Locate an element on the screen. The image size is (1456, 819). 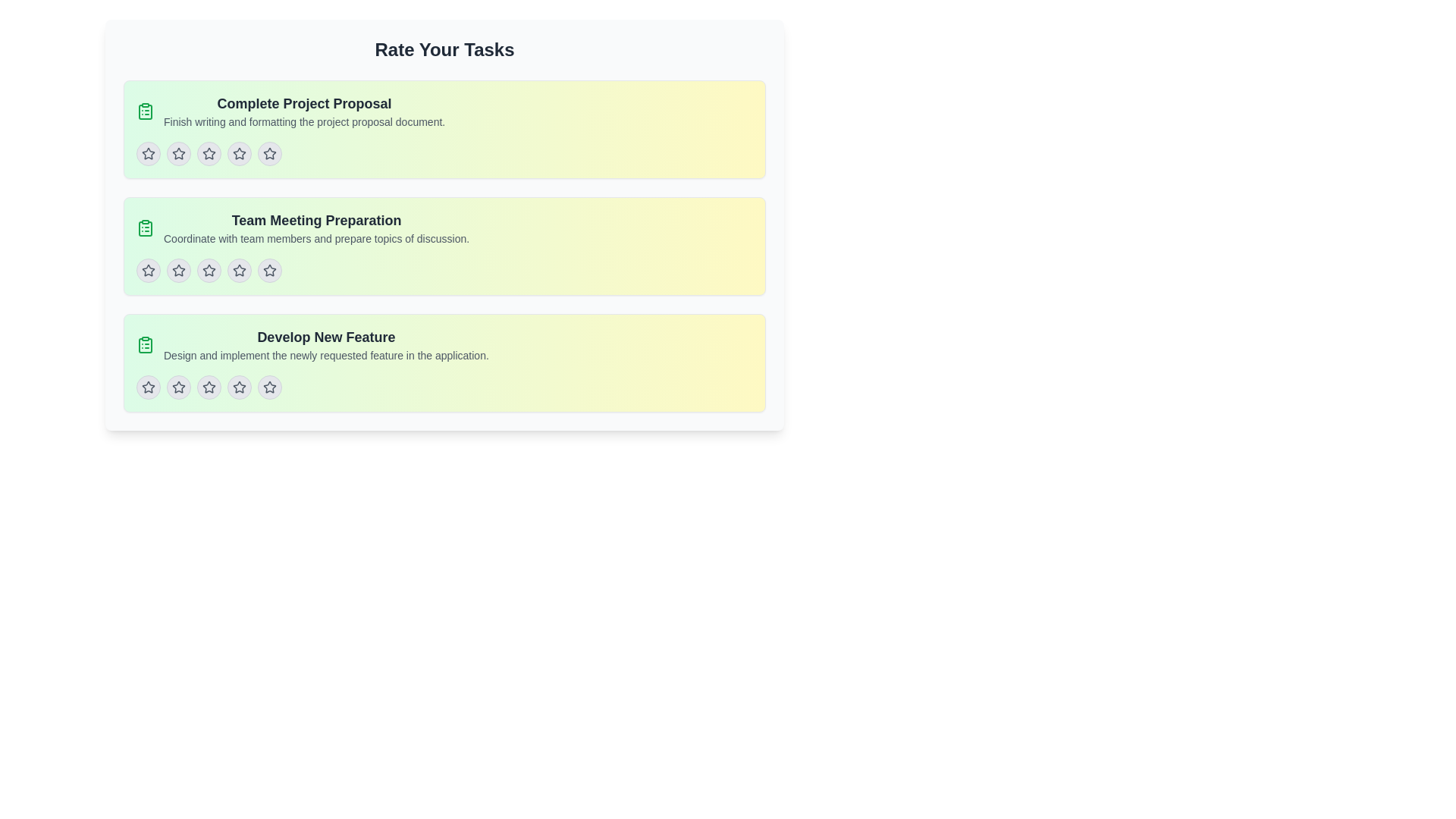
the second star icon to provide a two-star rating for the 'Complete Project Proposal' task is located at coordinates (239, 154).